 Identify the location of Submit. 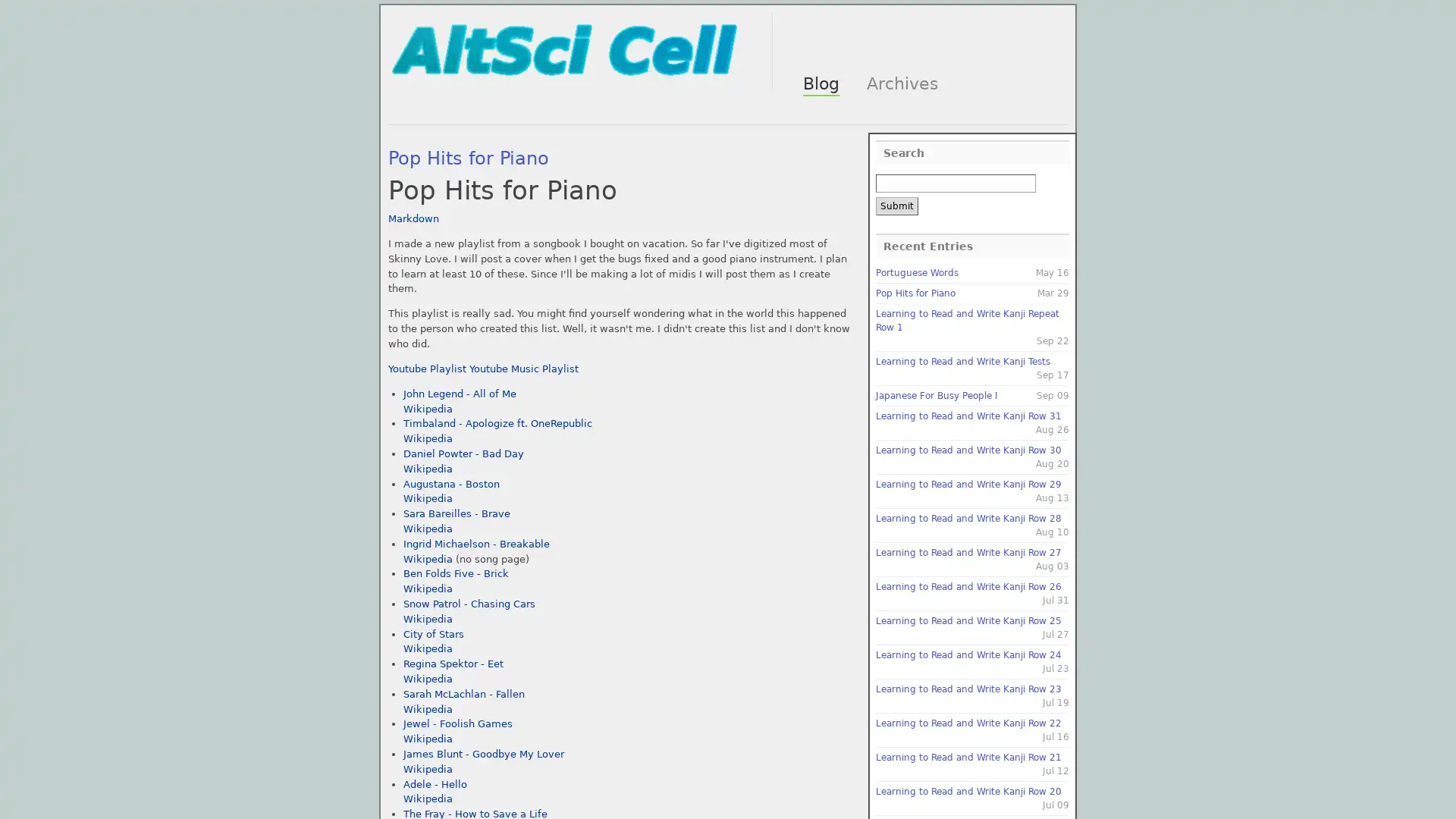
(896, 206).